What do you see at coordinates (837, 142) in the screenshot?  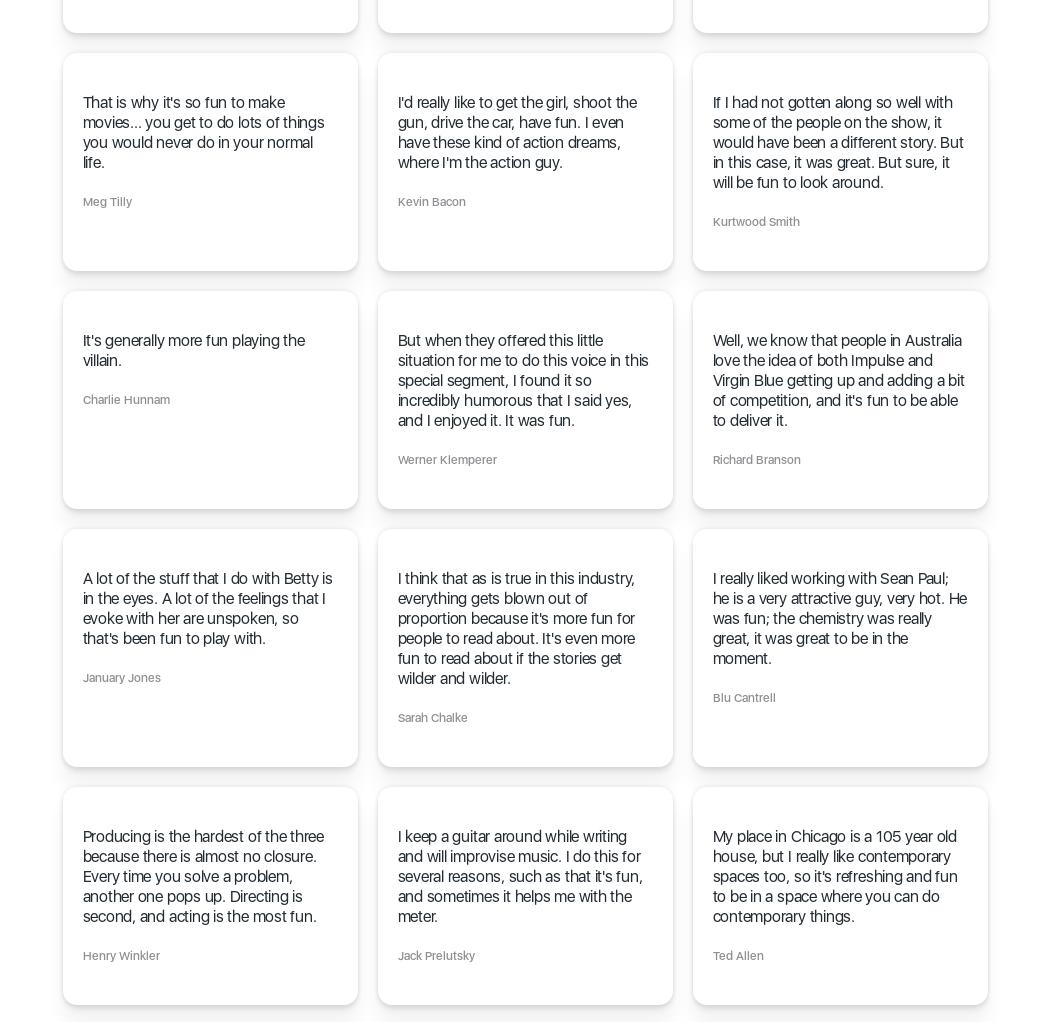 I see `'If I had not gotten along so well with some of the people on the show, it would have been a different story. But in this case, it was great. But sure, it will be fun to look around.'` at bounding box center [837, 142].